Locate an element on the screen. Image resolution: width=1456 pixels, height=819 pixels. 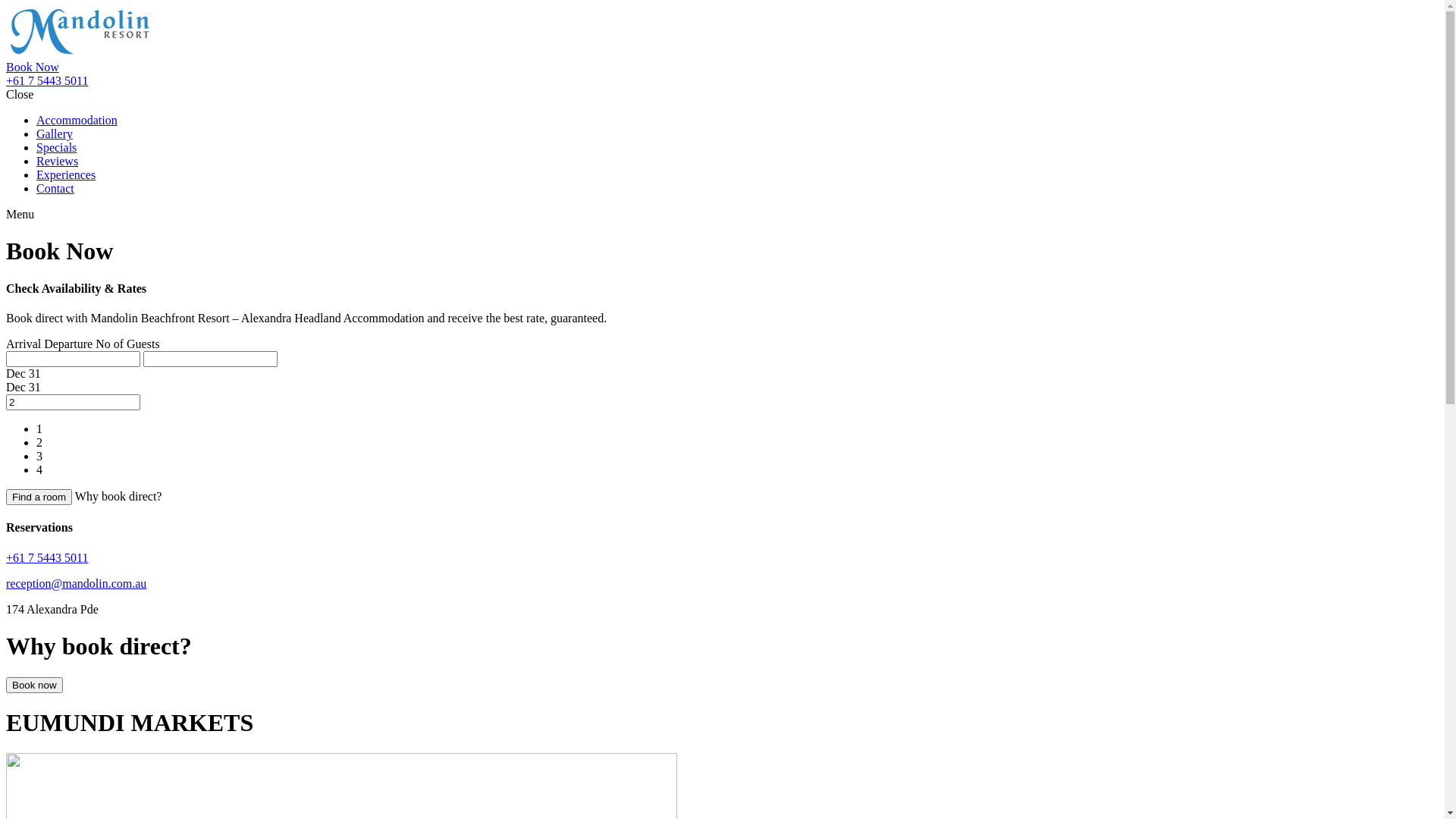
'Book now' is located at coordinates (34, 685).